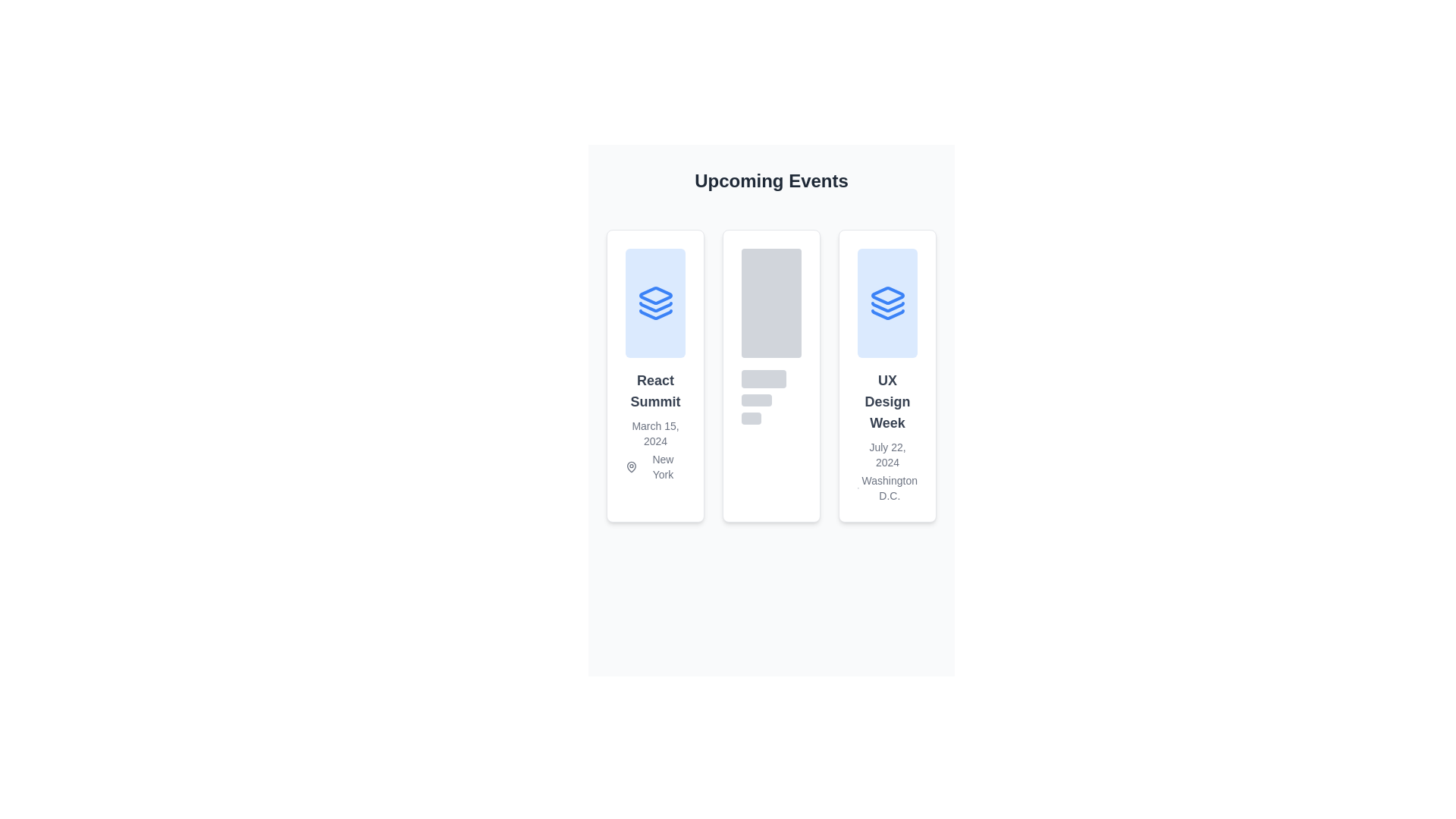  What do you see at coordinates (631, 466) in the screenshot?
I see `the visual marker icon representing a location in connection with the event displayed above, located under the text 'New York' in the leftmost card` at bounding box center [631, 466].